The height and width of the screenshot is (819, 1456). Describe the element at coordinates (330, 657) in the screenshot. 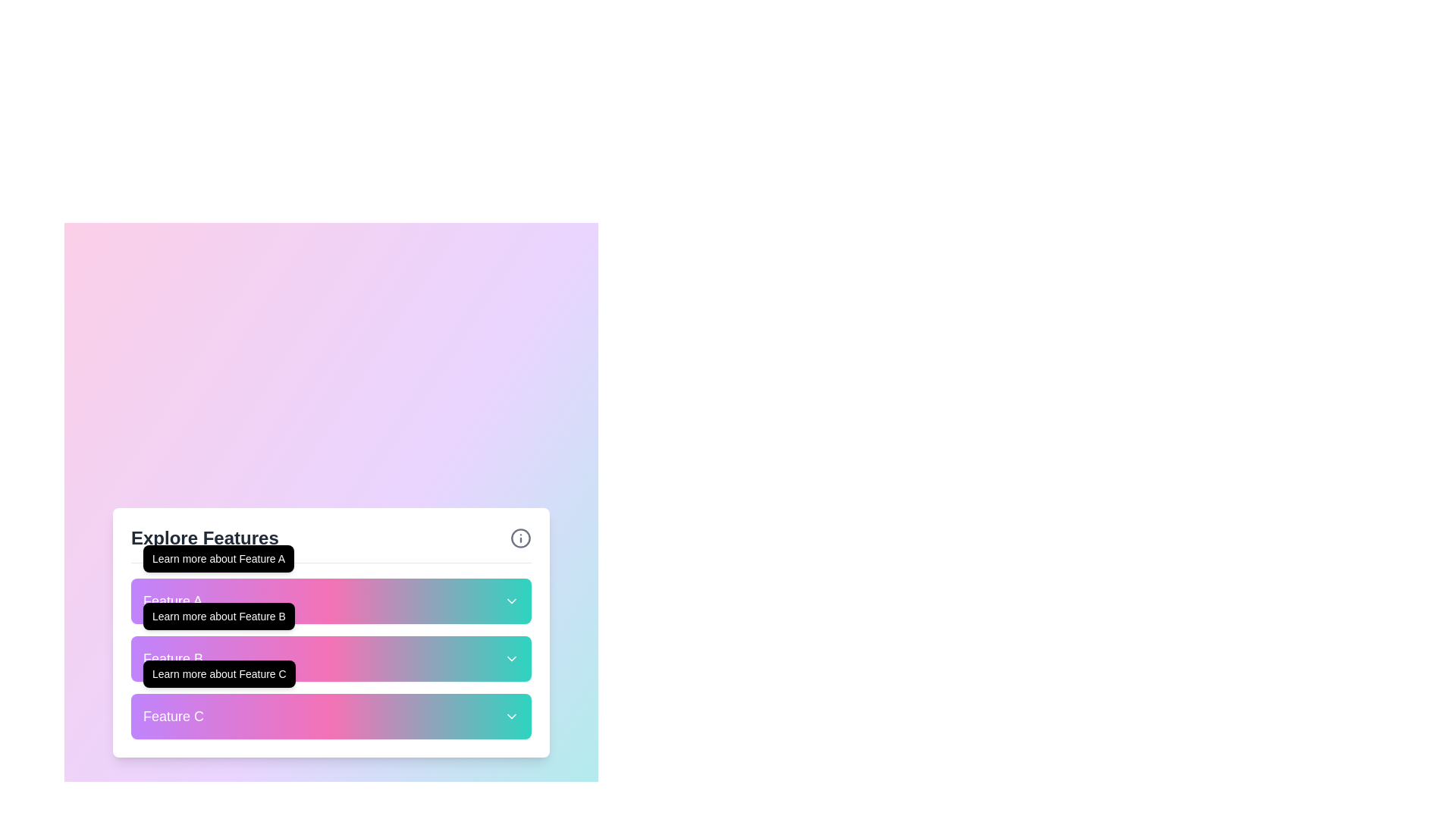

I see `the 'Feature B' card, which is the second item in a vertical stack of interactive sections` at that location.